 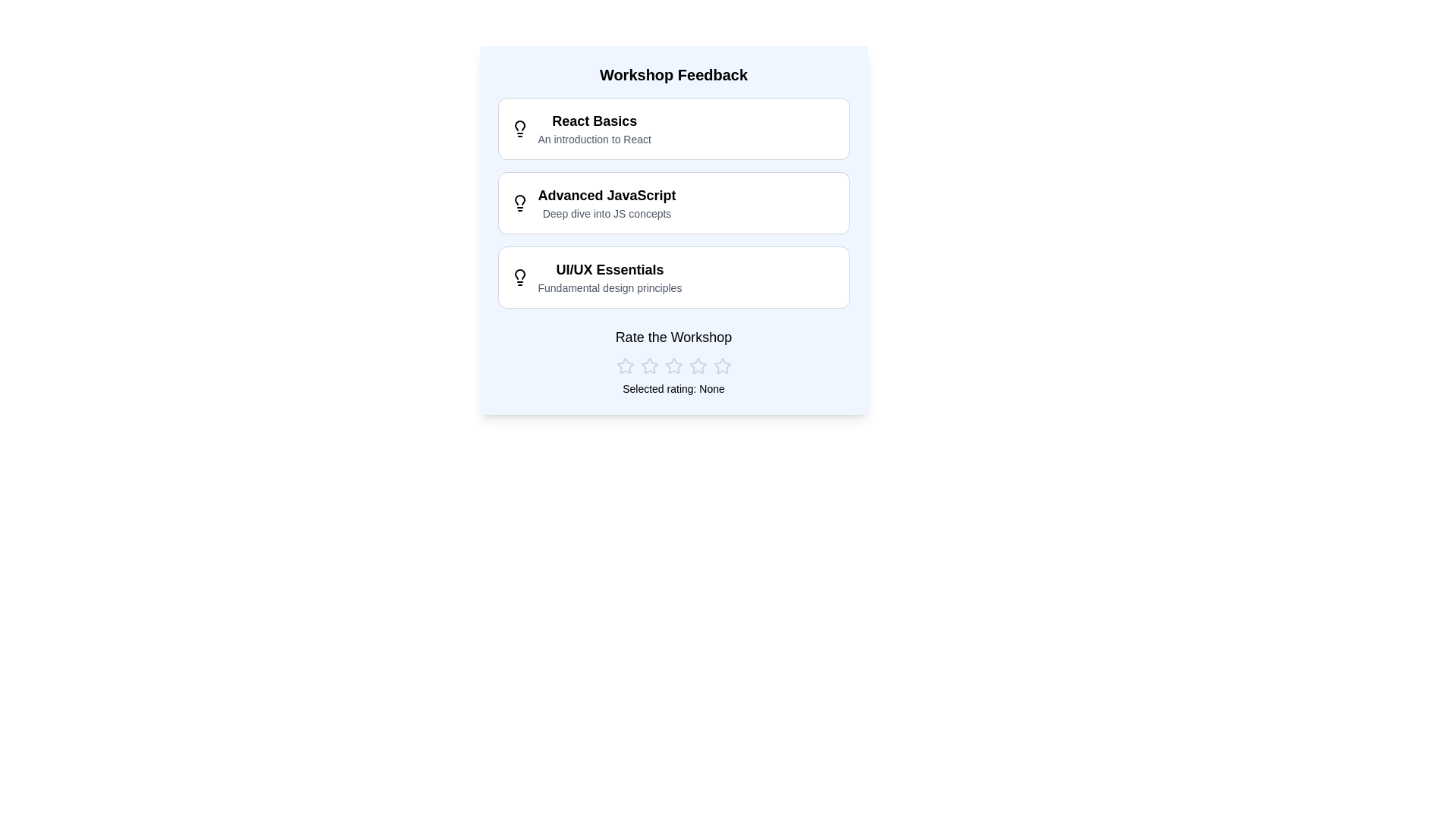 What do you see at coordinates (673, 202) in the screenshot?
I see `on the text label containing the title 'Advanced JavaScript' and subtitle 'Deep dive into JS concepts'` at bounding box center [673, 202].